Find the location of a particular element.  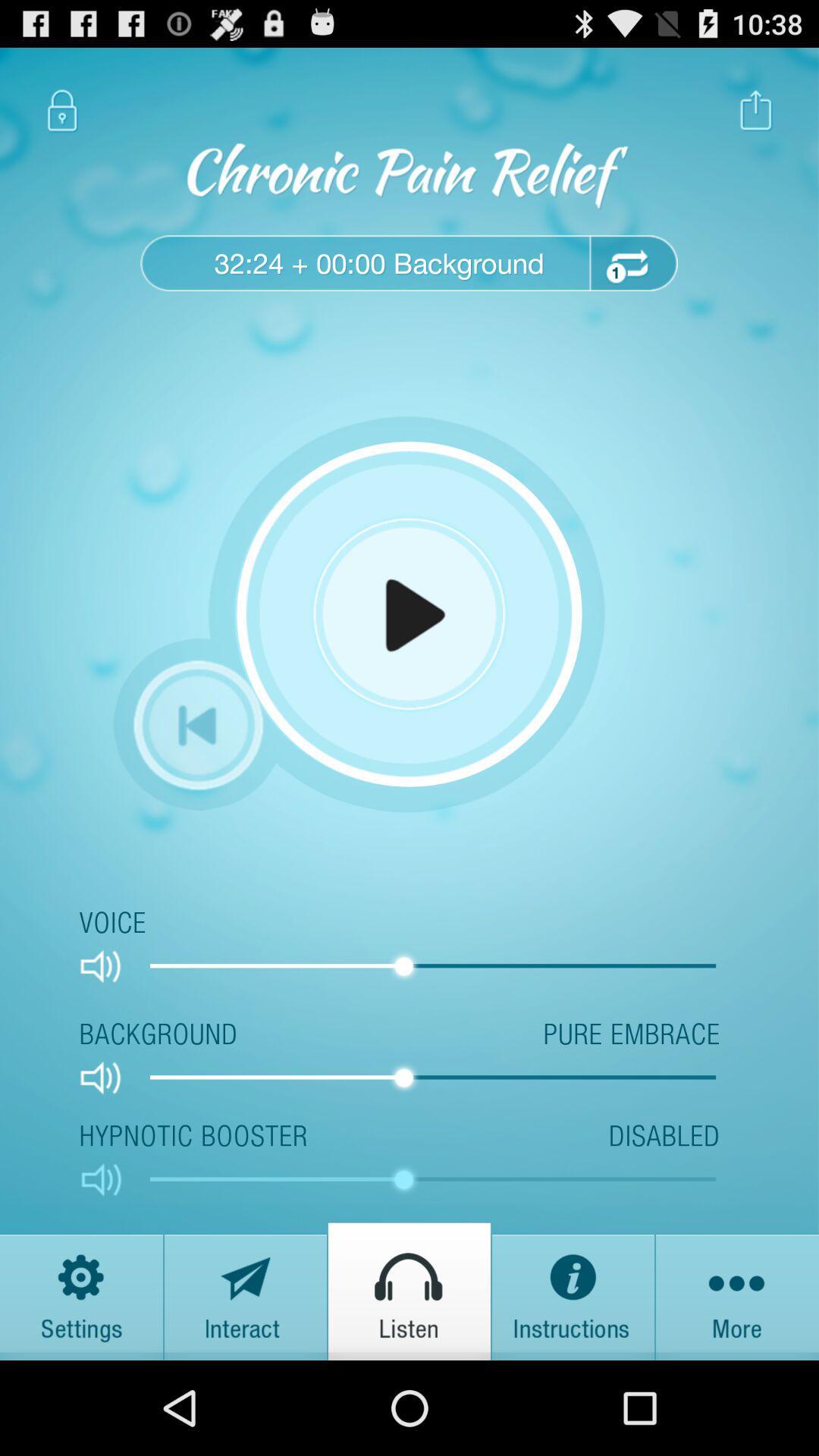

the more icon is located at coordinates (736, 1381).